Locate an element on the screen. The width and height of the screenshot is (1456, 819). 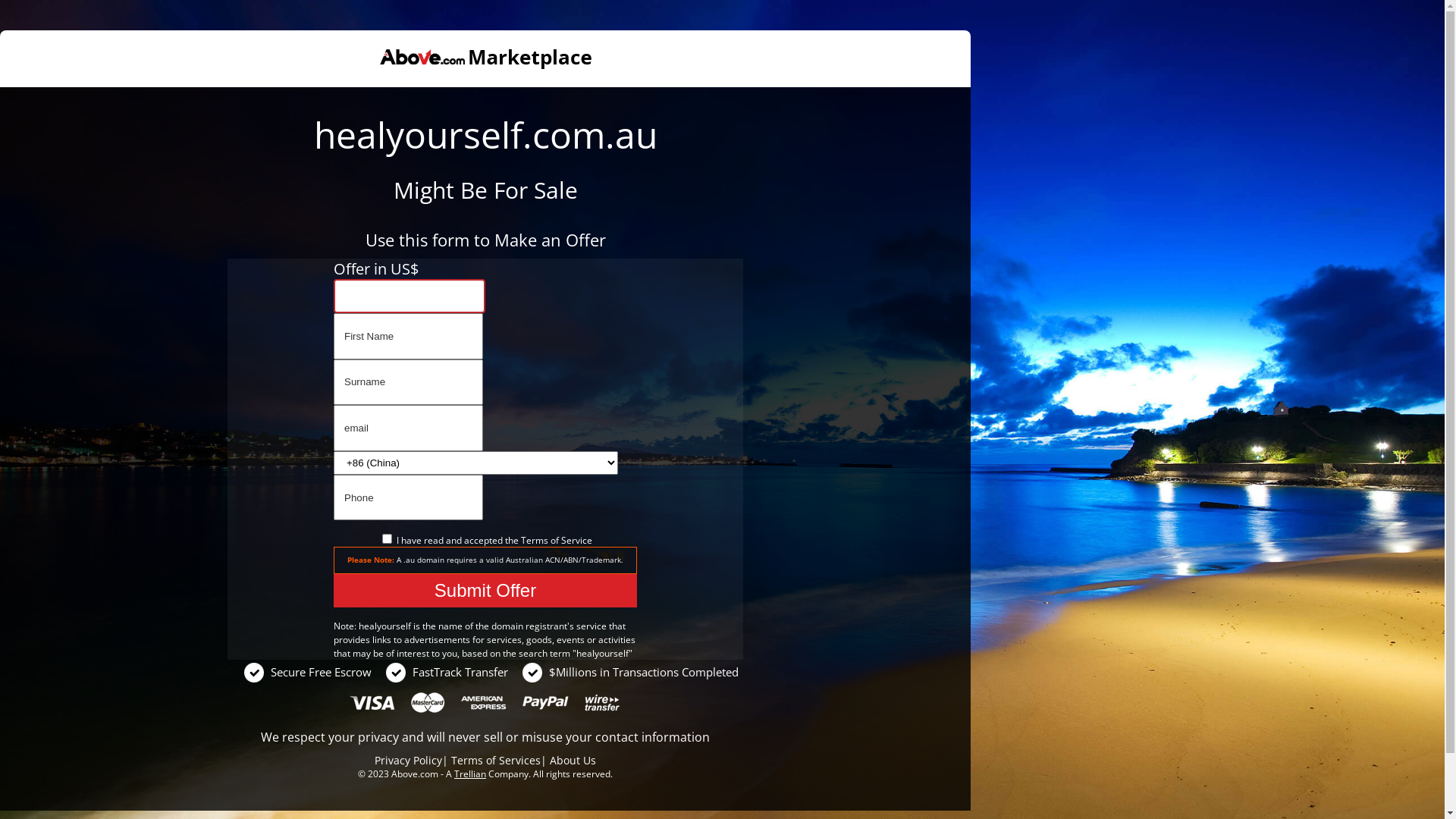
'Terms' is located at coordinates (534, 539).